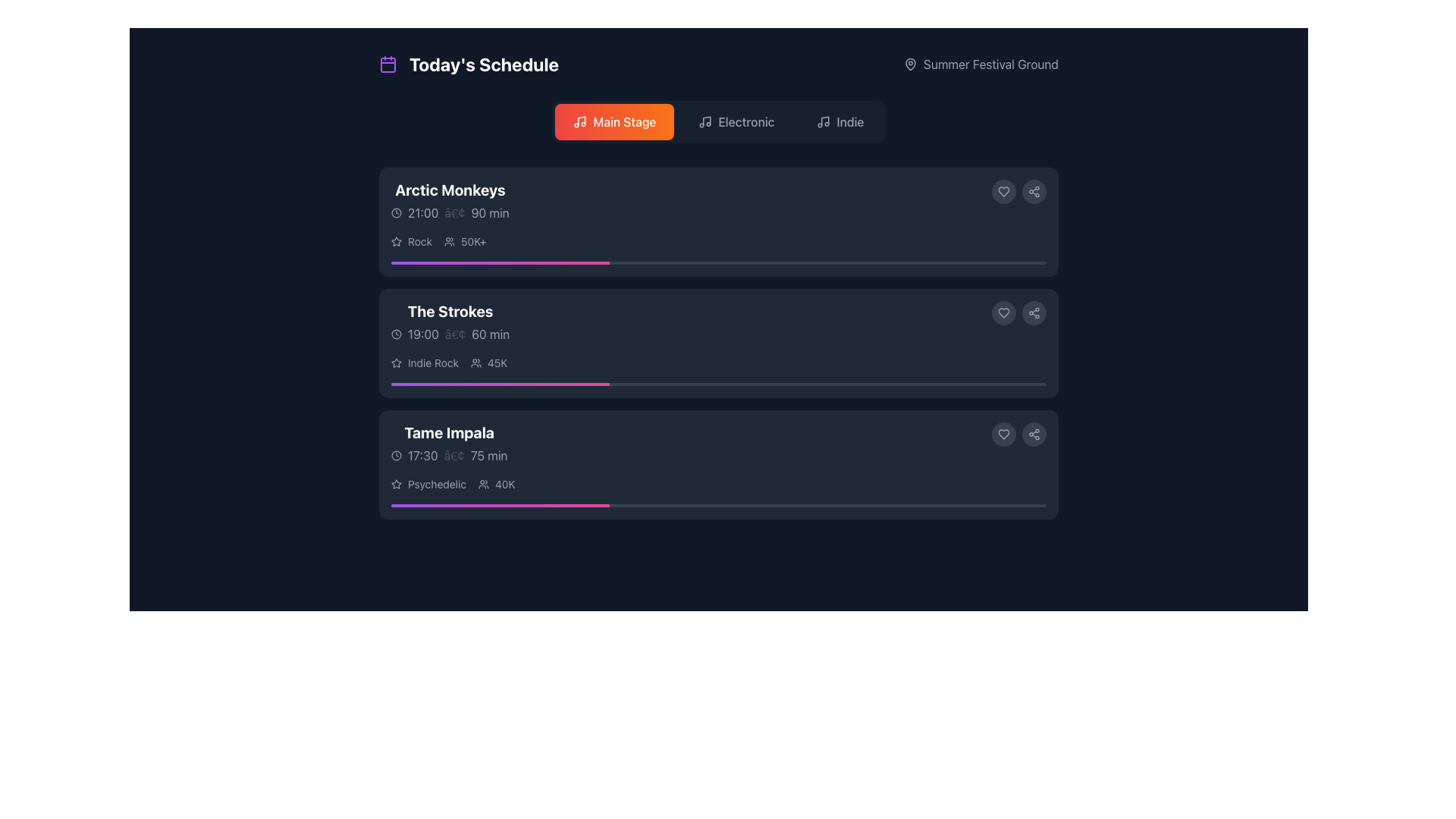 This screenshot has height=819, width=1456. I want to click on the 'Indie' button, which is the third button in a horizontal group of three buttons labeled 'Main Stage,' 'Electronic,' and 'Indie,', so click(839, 121).